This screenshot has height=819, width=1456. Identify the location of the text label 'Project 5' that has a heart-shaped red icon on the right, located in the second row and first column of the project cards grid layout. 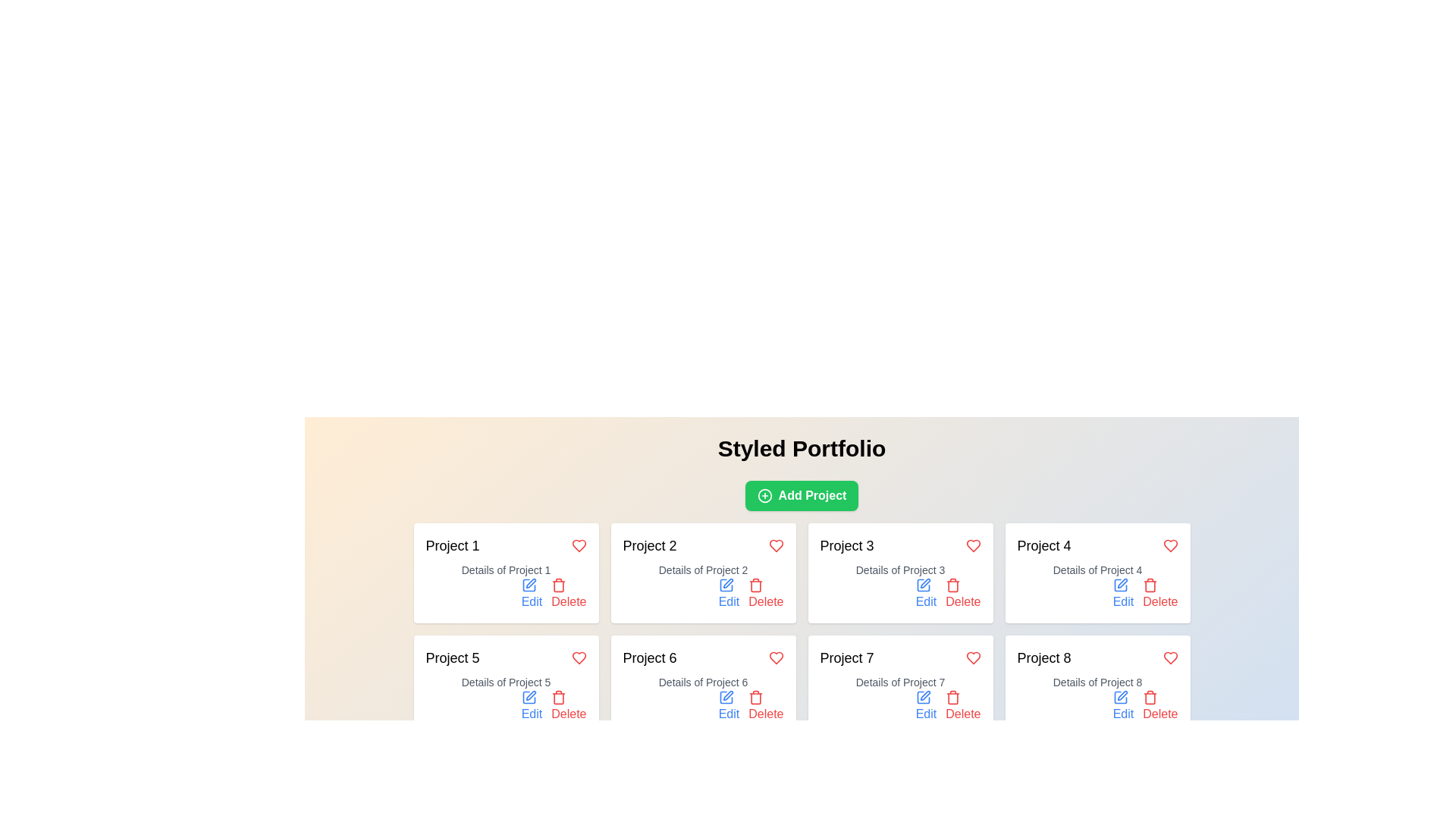
(506, 657).